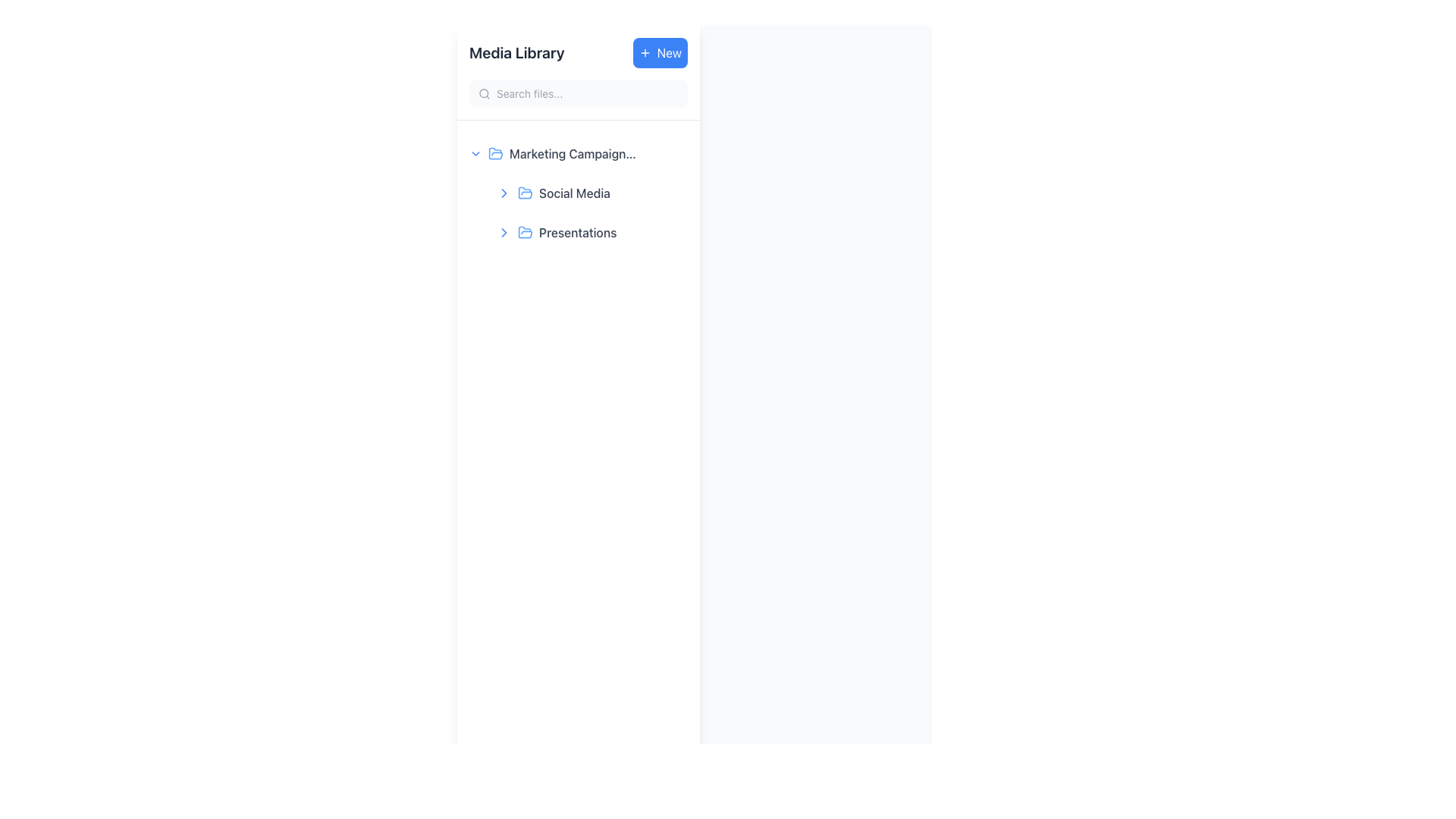  I want to click on the search bar input field, which is styled with rounded corners and a light gray background, to focus on it, so click(578, 93).